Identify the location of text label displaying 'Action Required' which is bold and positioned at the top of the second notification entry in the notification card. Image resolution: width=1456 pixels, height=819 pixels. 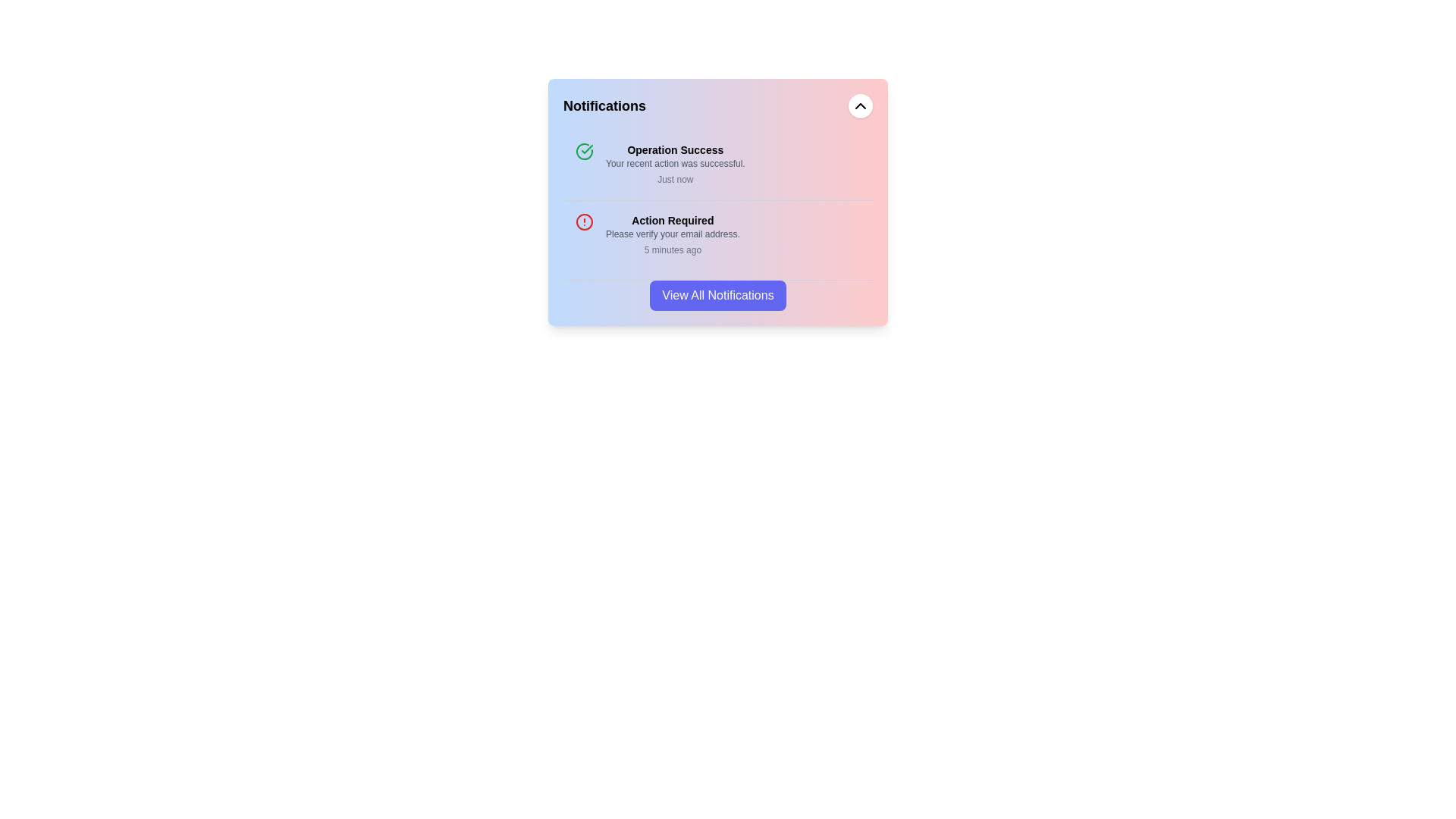
(672, 220).